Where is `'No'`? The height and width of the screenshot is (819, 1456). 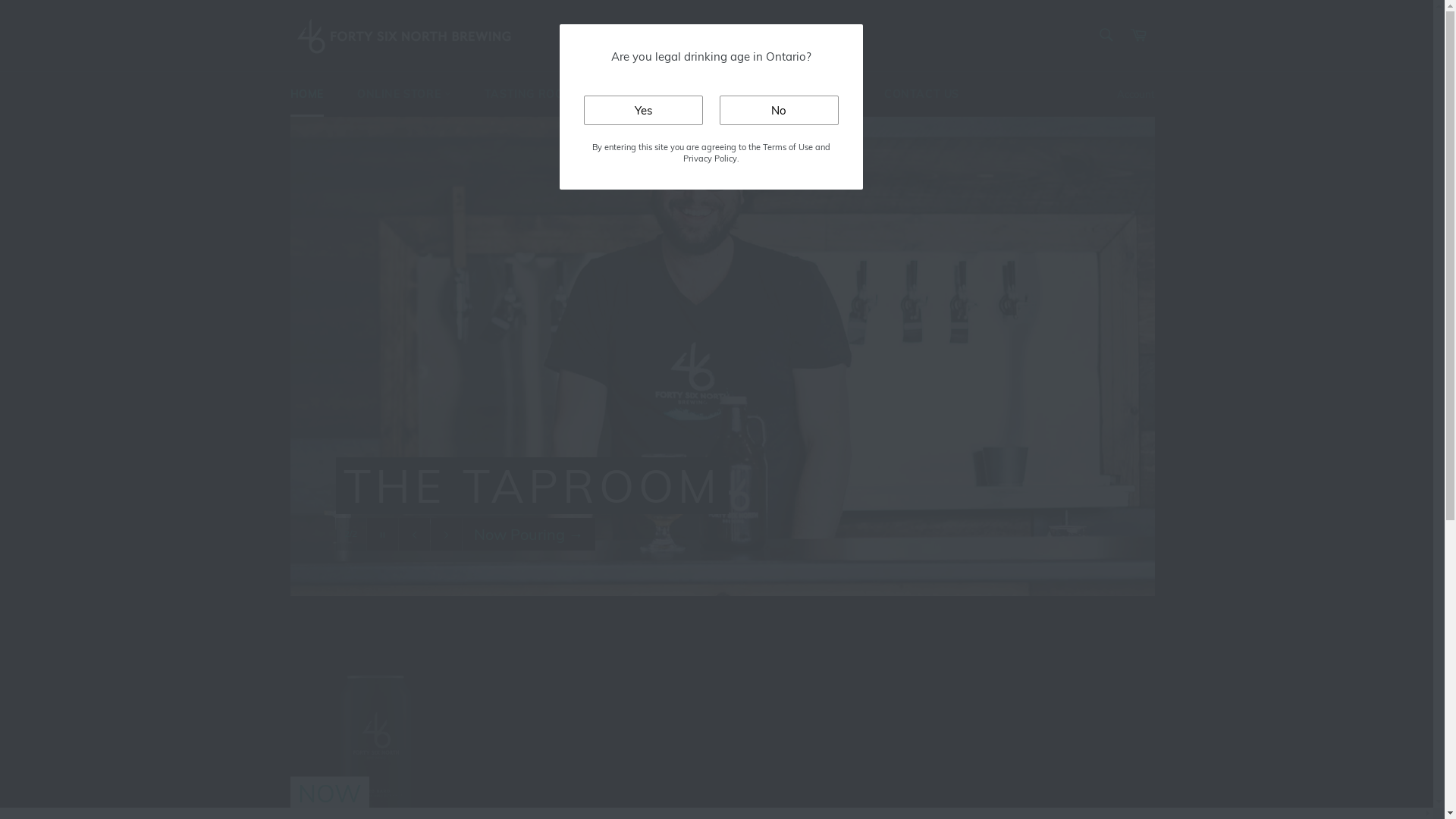 'No' is located at coordinates (778, 109).